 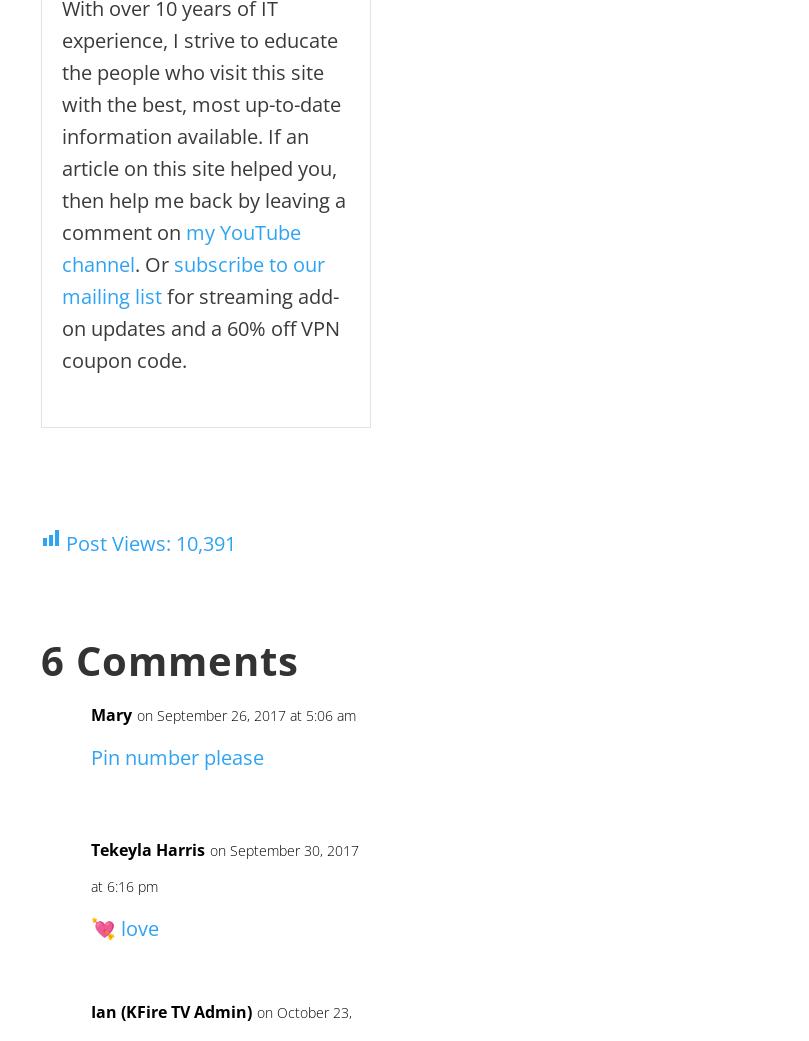 What do you see at coordinates (200, 328) in the screenshot?
I see `'for streaming add-on updates and a 60% off VPN coupon code.'` at bounding box center [200, 328].